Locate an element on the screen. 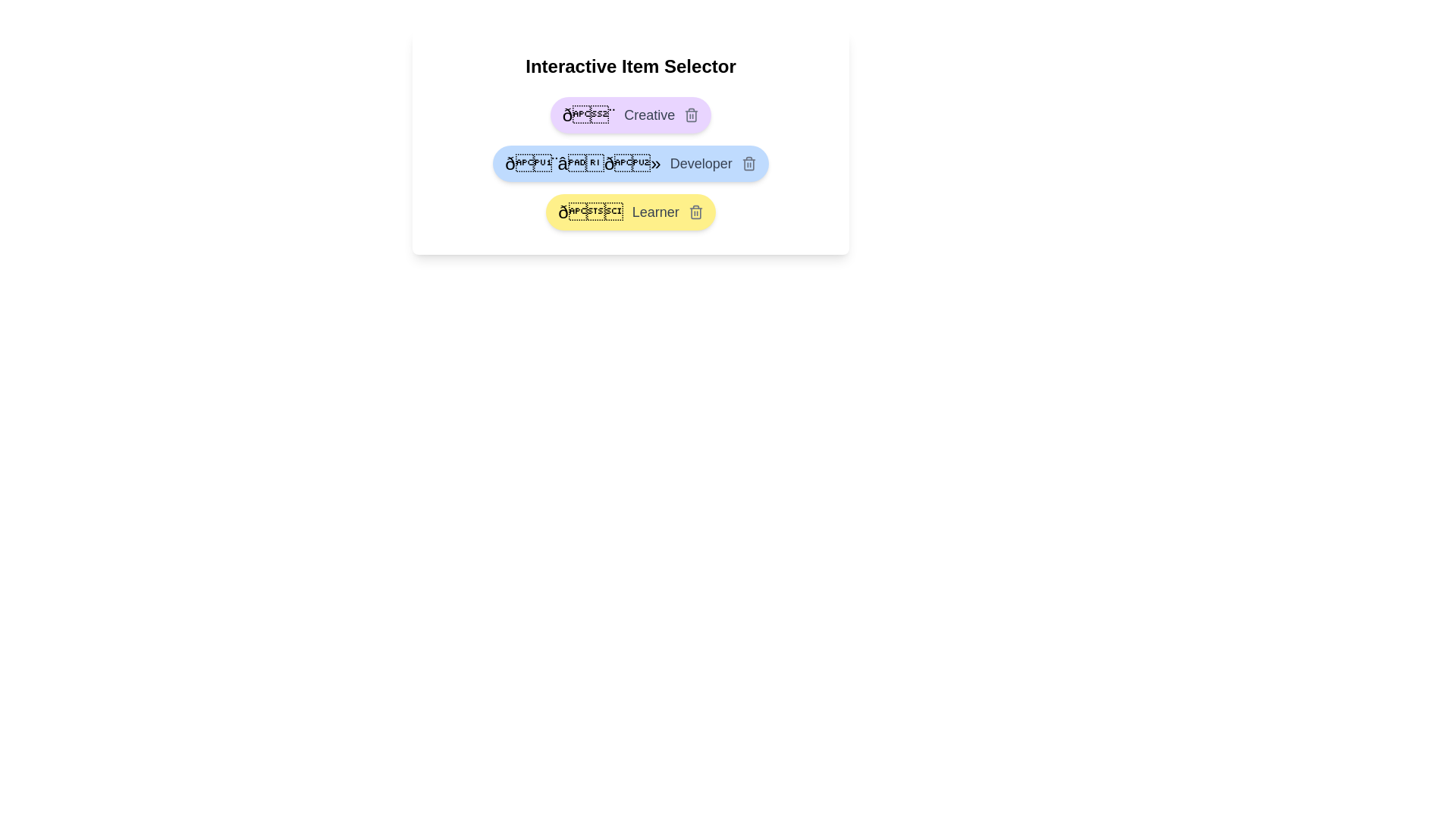 Image resolution: width=1456 pixels, height=819 pixels. delete button for the item labeled Learner is located at coordinates (695, 212).